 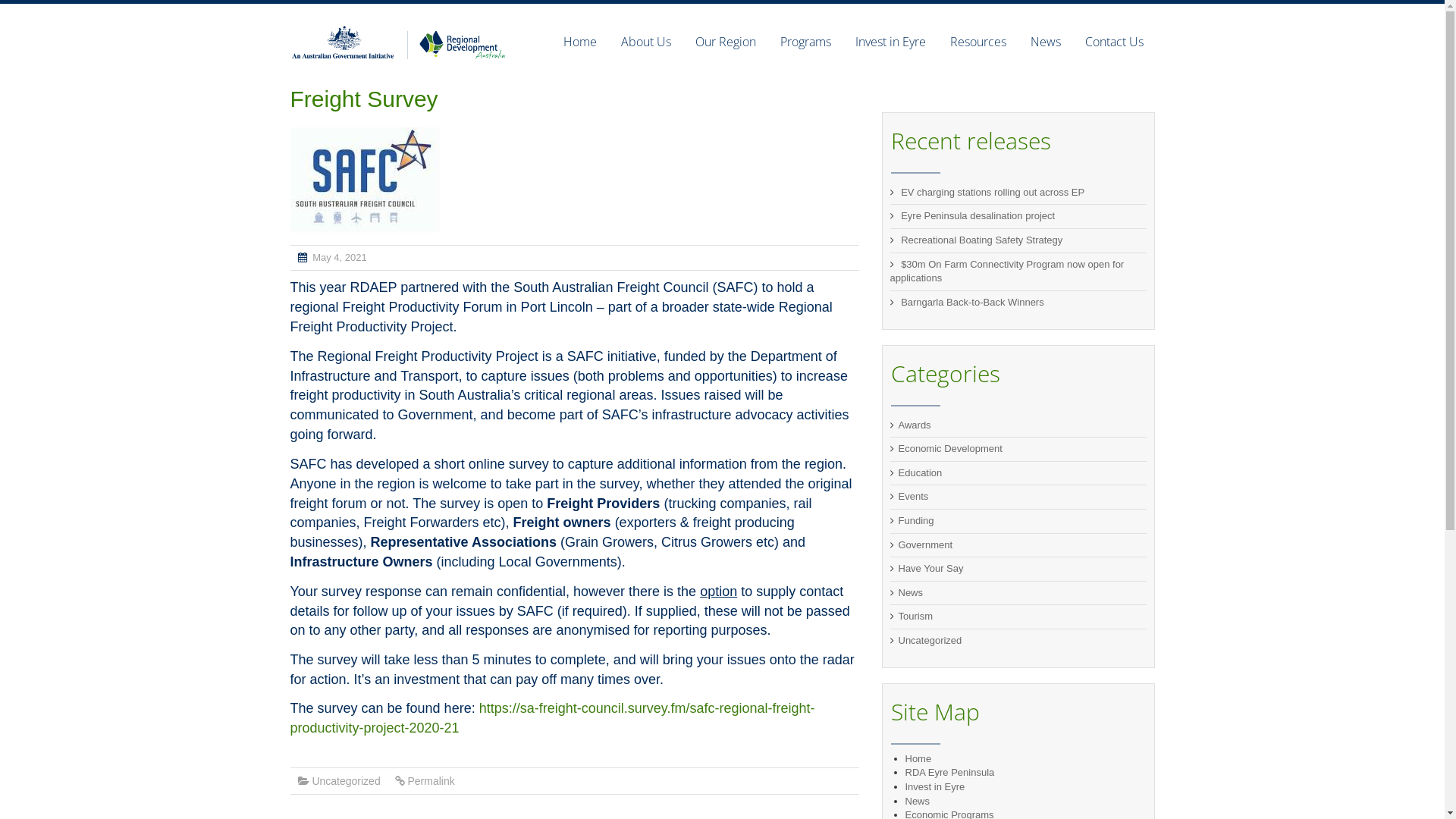 I want to click on 'EV charging stations rolling out across EP', so click(x=993, y=191).